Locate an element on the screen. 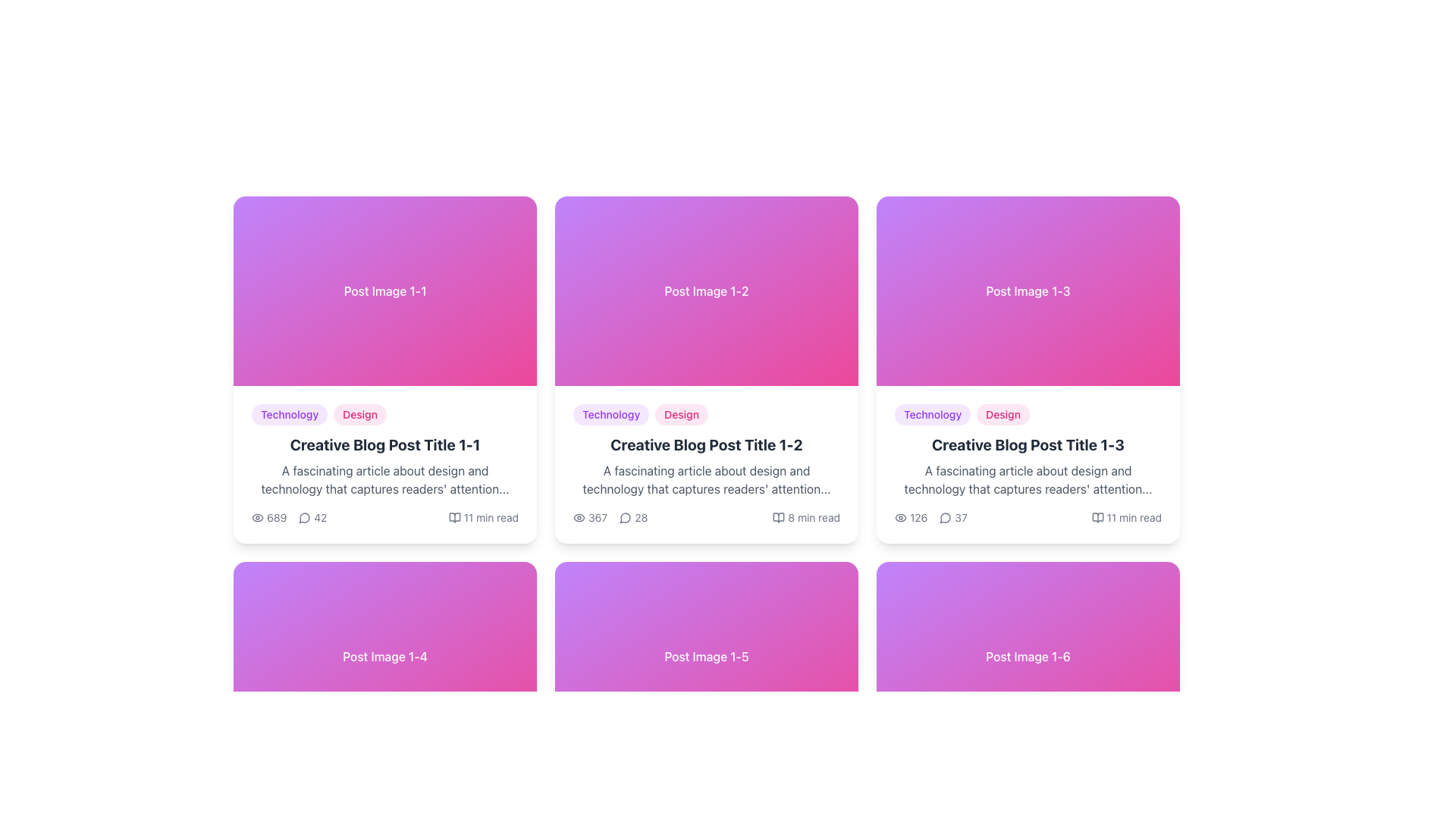 This screenshot has height=819, width=1456. the text label that serves as the title for a blog post or article, located at the center of the layout underneath the tags 'Technology' and 'Design', to change its color is located at coordinates (385, 444).